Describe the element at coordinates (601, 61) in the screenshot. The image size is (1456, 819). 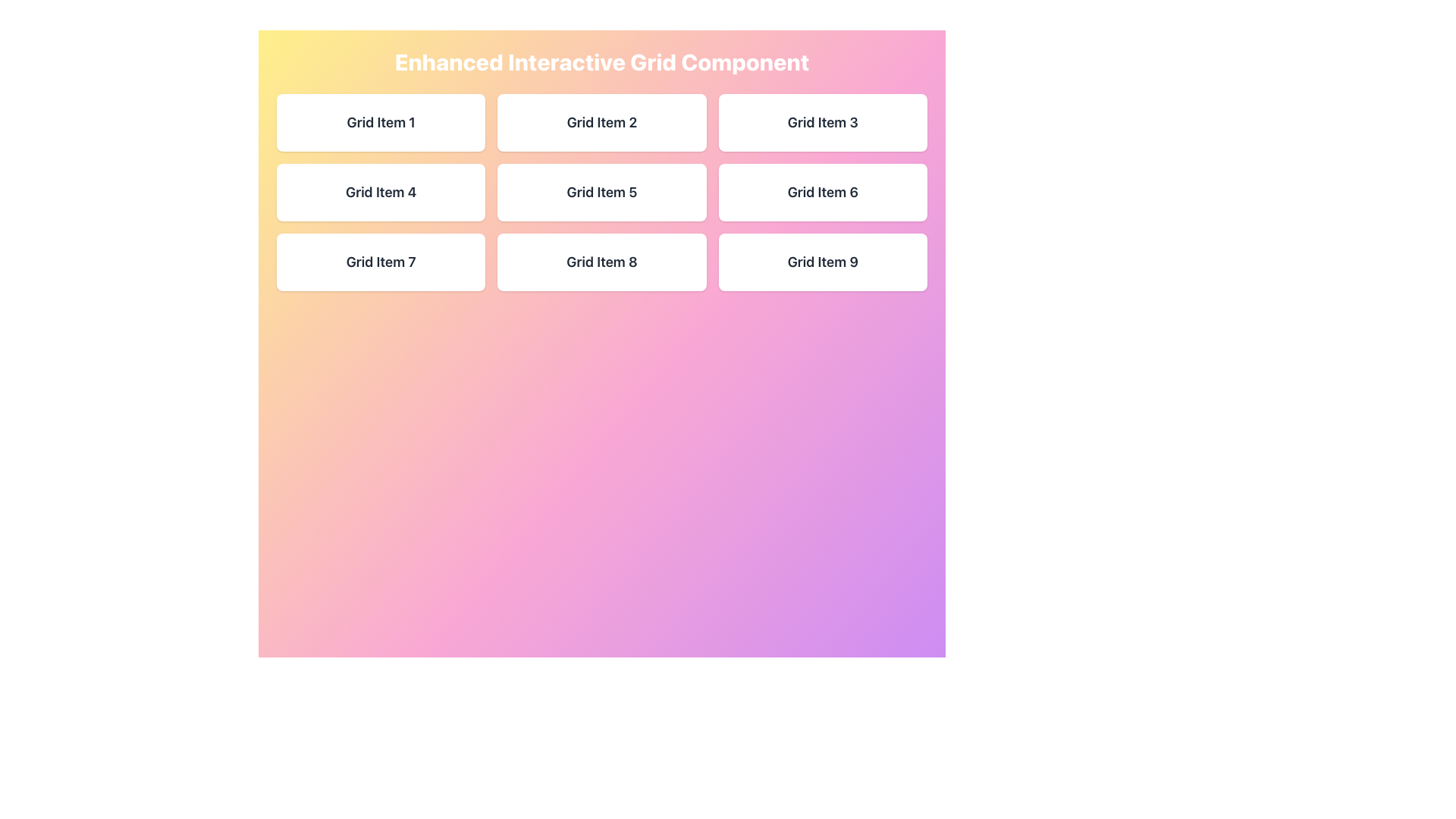
I see `the static text label at the top center of the interface, which serves as the title for the grid component below` at that location.